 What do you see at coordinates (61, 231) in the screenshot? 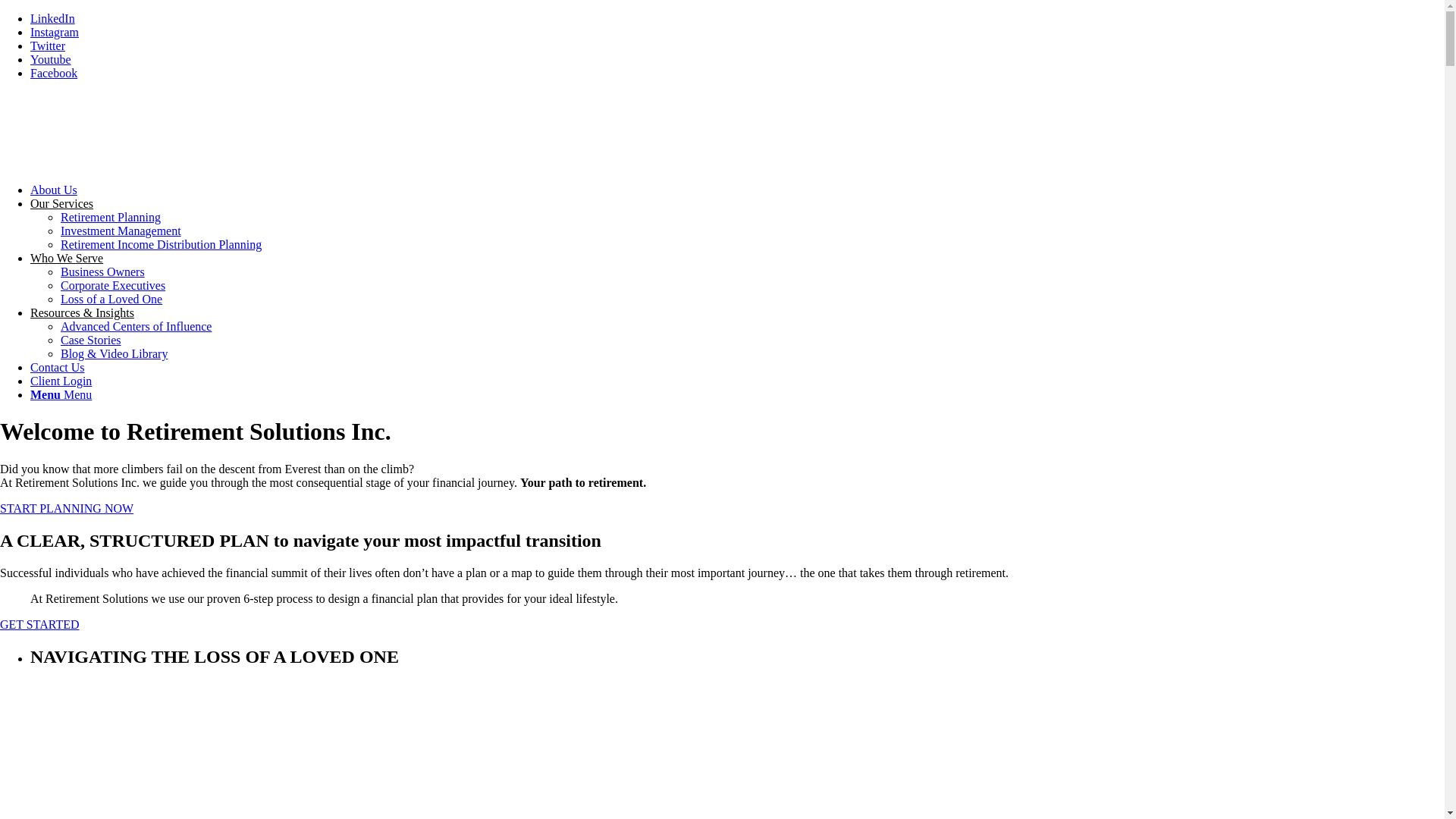
I see `'Investment Management'` at bounding box center [61, 231].